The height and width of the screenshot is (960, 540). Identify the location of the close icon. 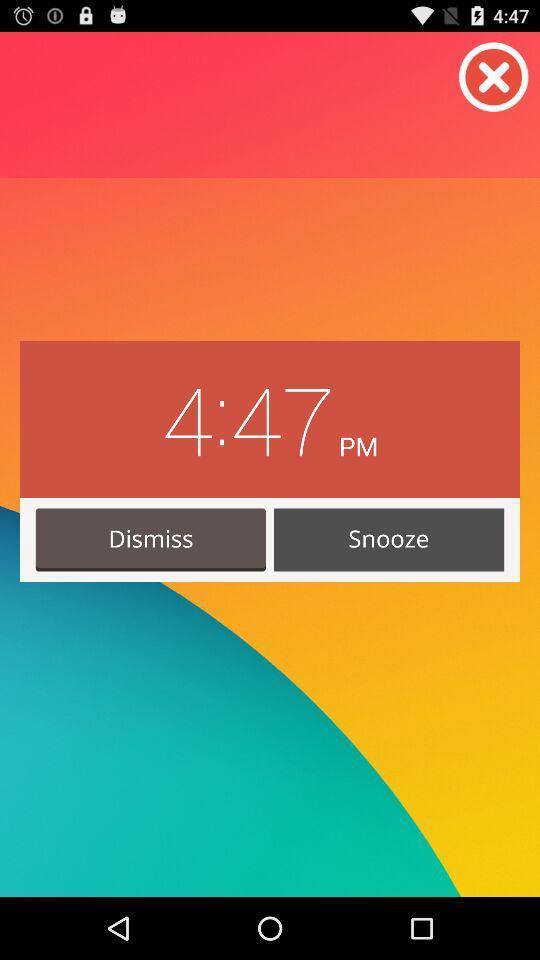
(493, 82).